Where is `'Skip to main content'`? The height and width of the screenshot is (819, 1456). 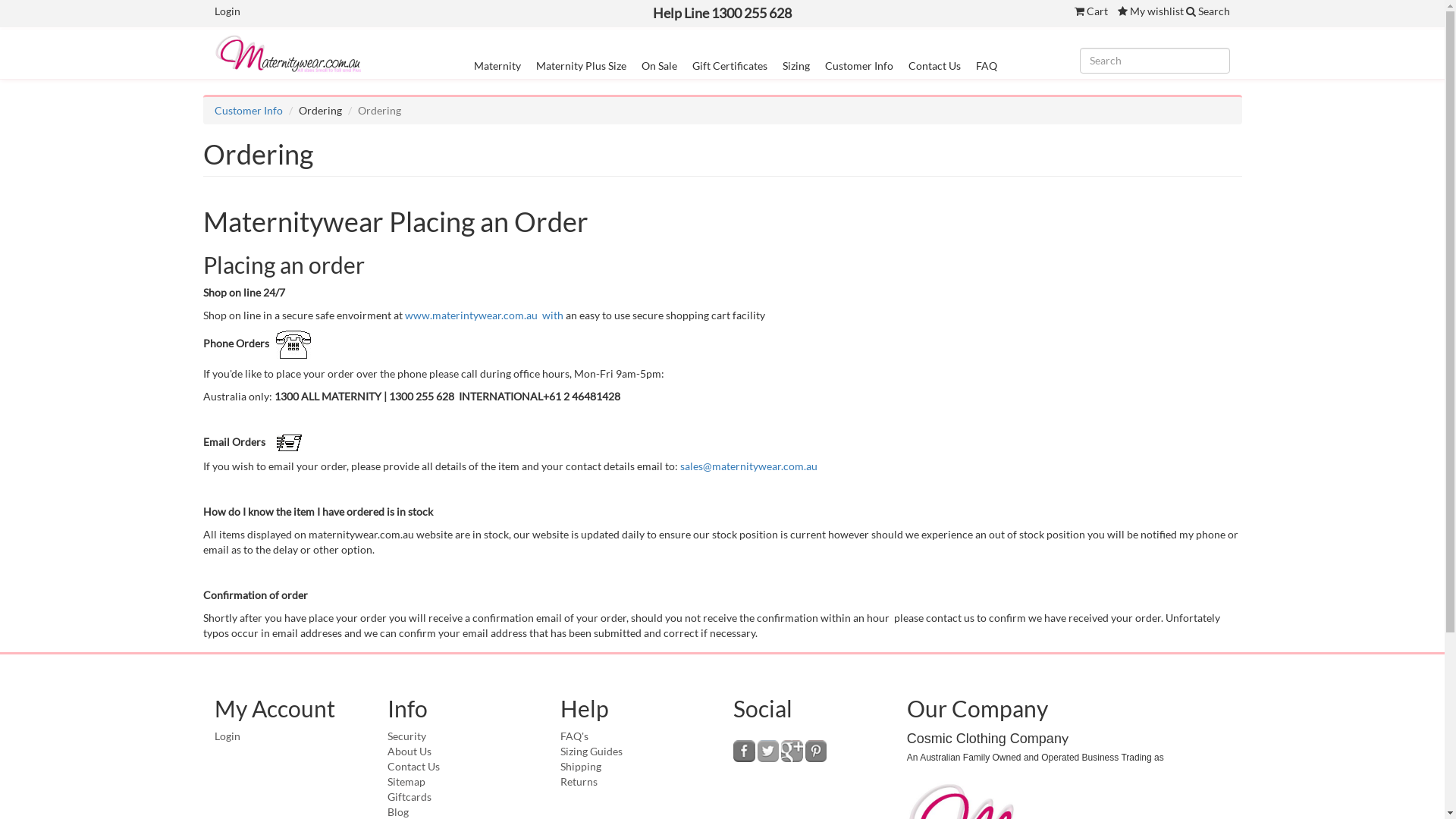 'Skip to main content' is located at coordinates (0, 0).